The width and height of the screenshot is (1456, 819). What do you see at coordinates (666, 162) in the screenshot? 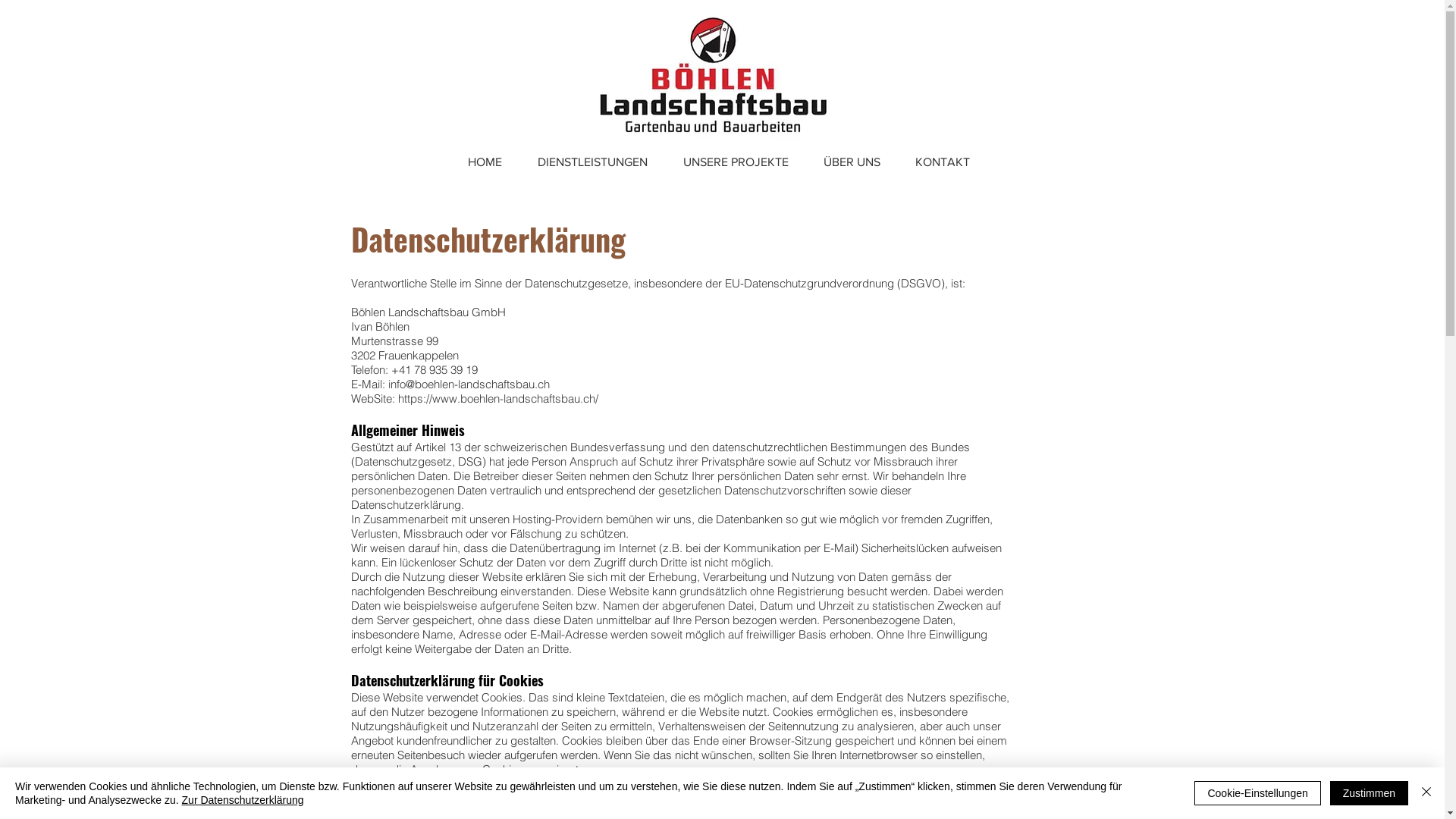
I see `'UNSERE PROJEKTE'` at bounding box center [666, 162].